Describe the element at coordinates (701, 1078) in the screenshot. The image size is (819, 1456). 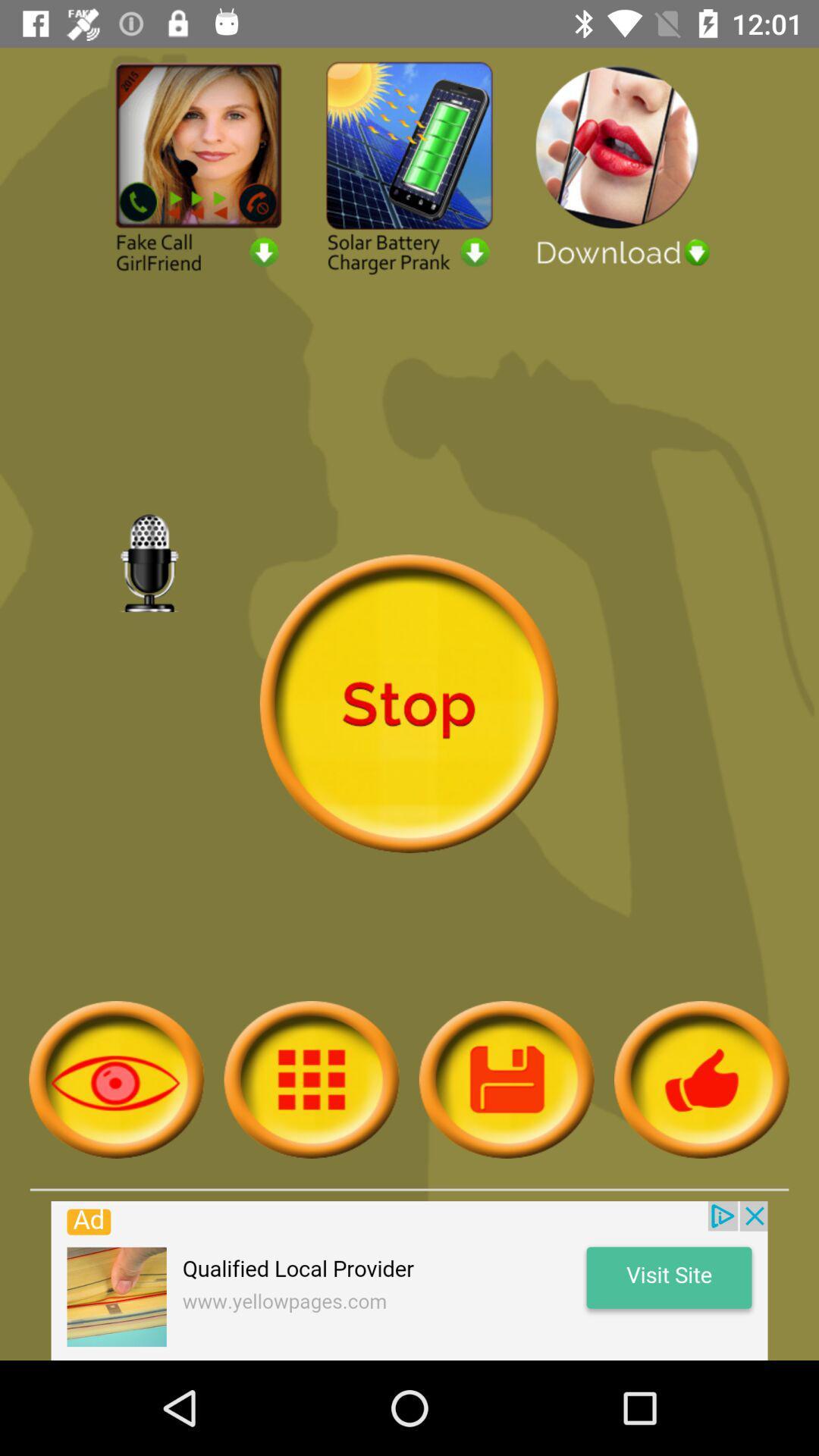
I see `like us` at that location.